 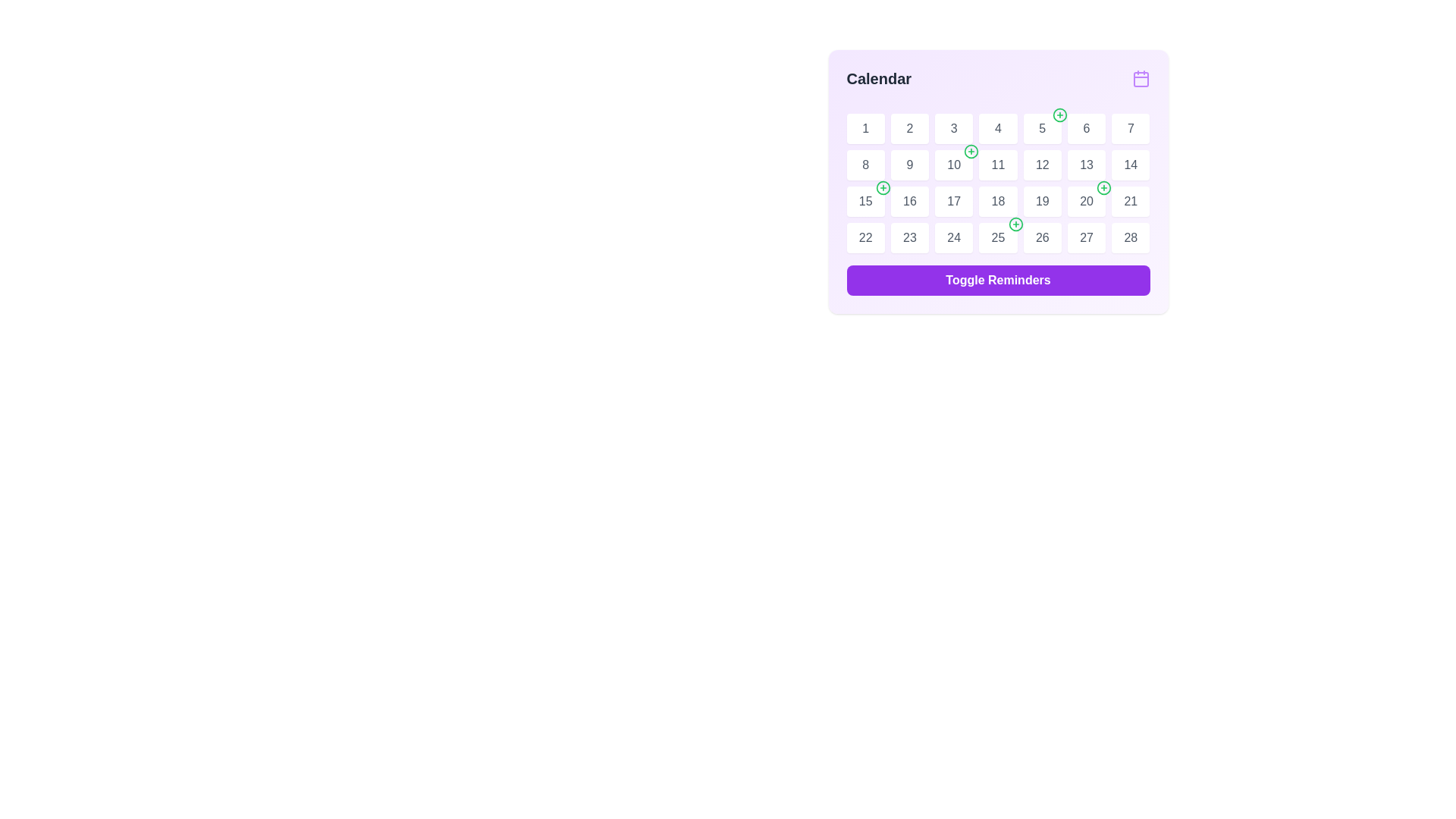 I want to click on the text element containing the number '3' located in the first row and third column of the calendar grid, styled with a gray font color and positioned centrally within a white background day cell, so click(x=953, y=127).